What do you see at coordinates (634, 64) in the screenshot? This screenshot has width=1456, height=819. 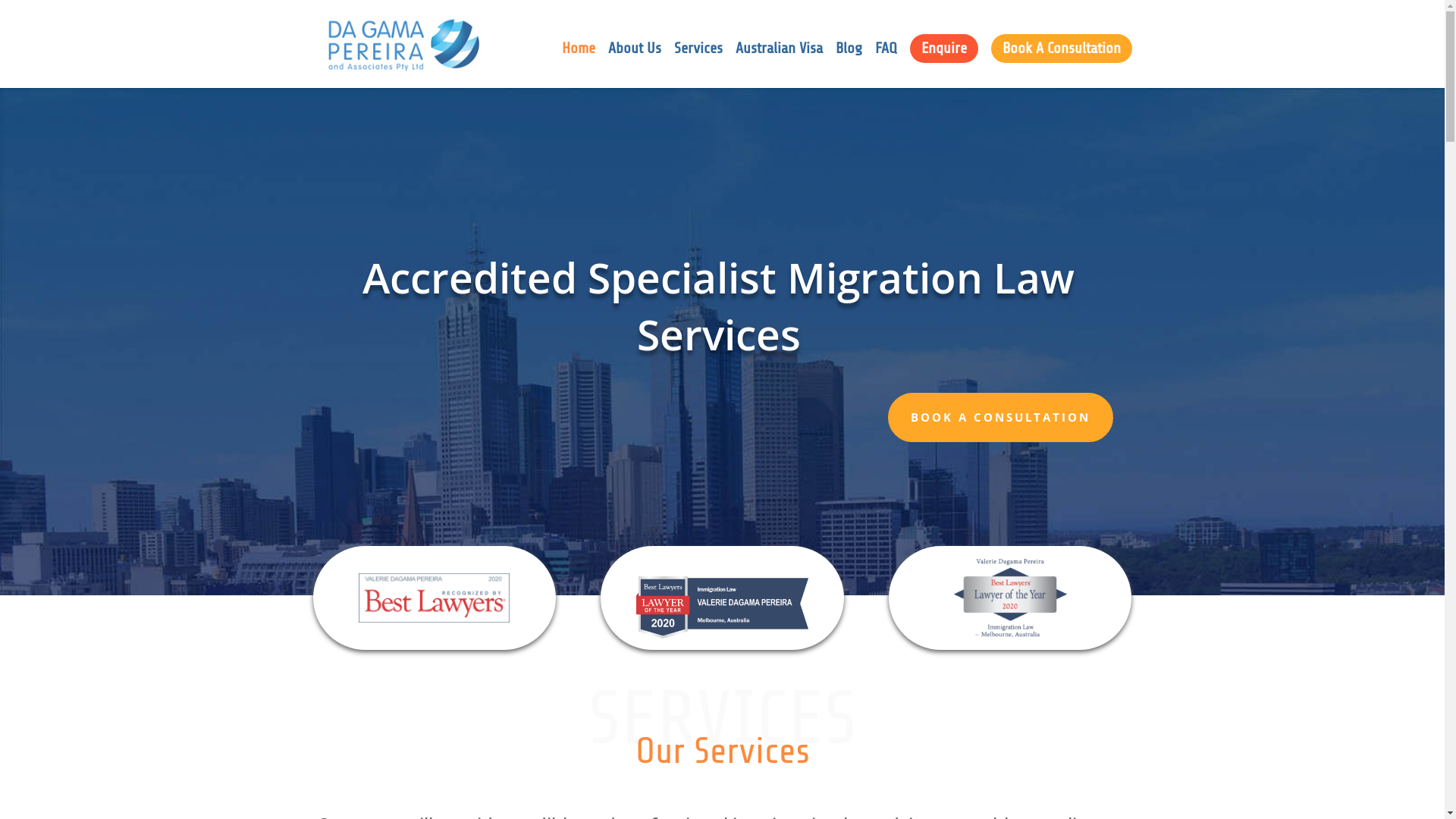 I see `'About Us'` at bounding box center [634, 64].